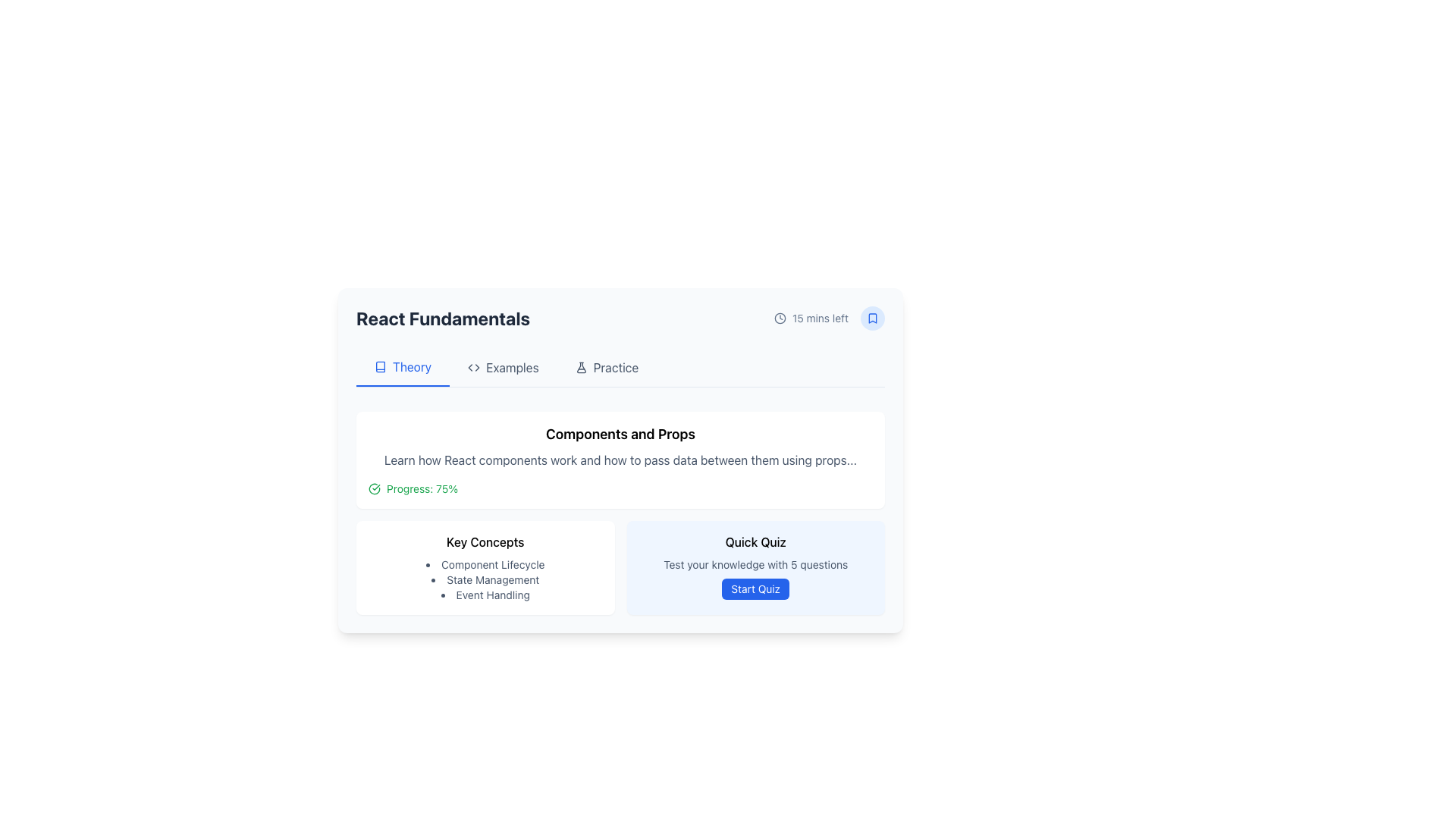 This screenshot has height=819, width=1456. I want to click on text content of the second Text Label in the 'Key Concepts' list, located between 'Component Lifecycle' and 'Event Handling', so click(485, 579).